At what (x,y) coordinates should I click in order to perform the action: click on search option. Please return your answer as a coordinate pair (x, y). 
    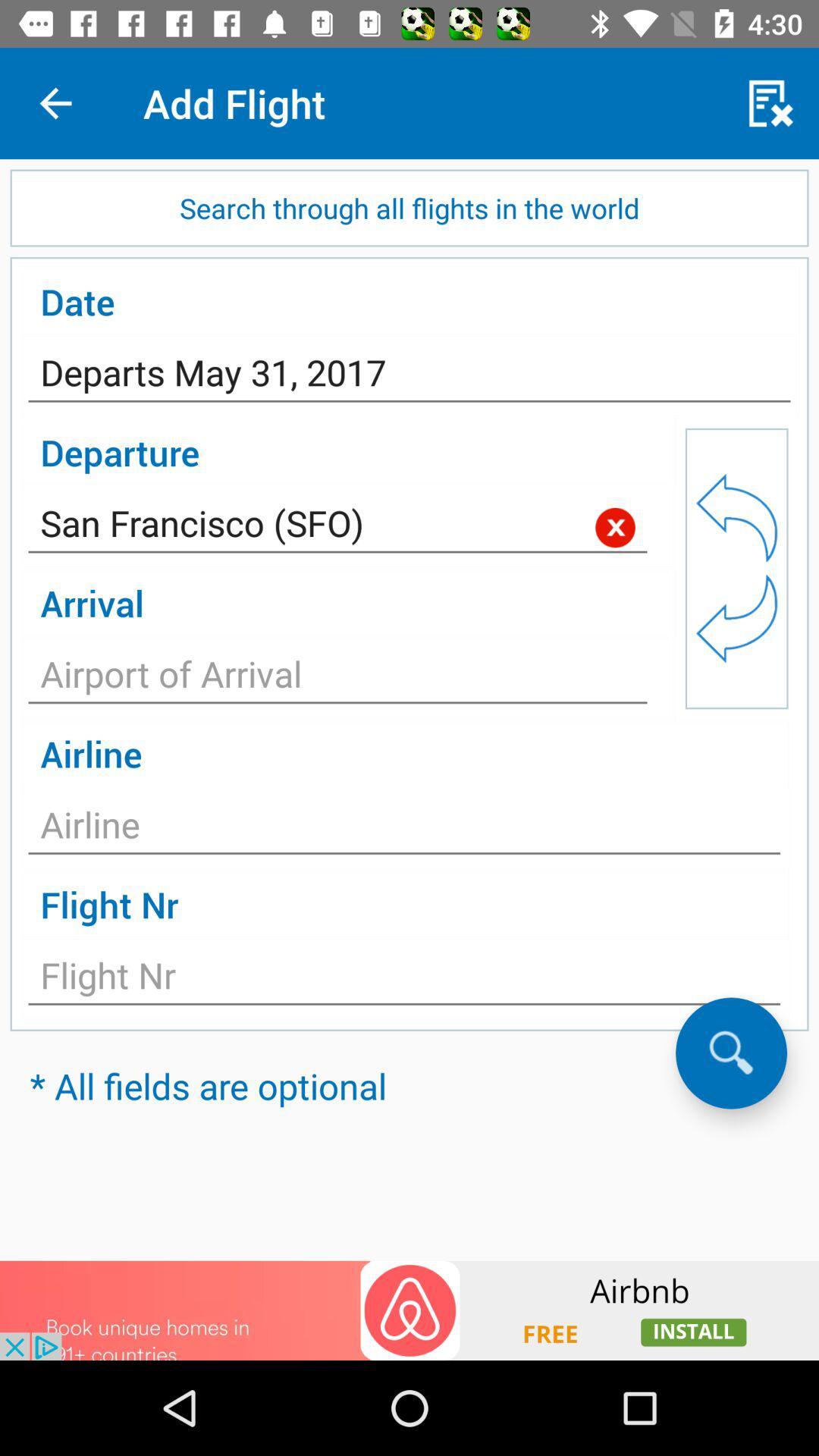
    Looking at the image, I should click on (730, 1052).